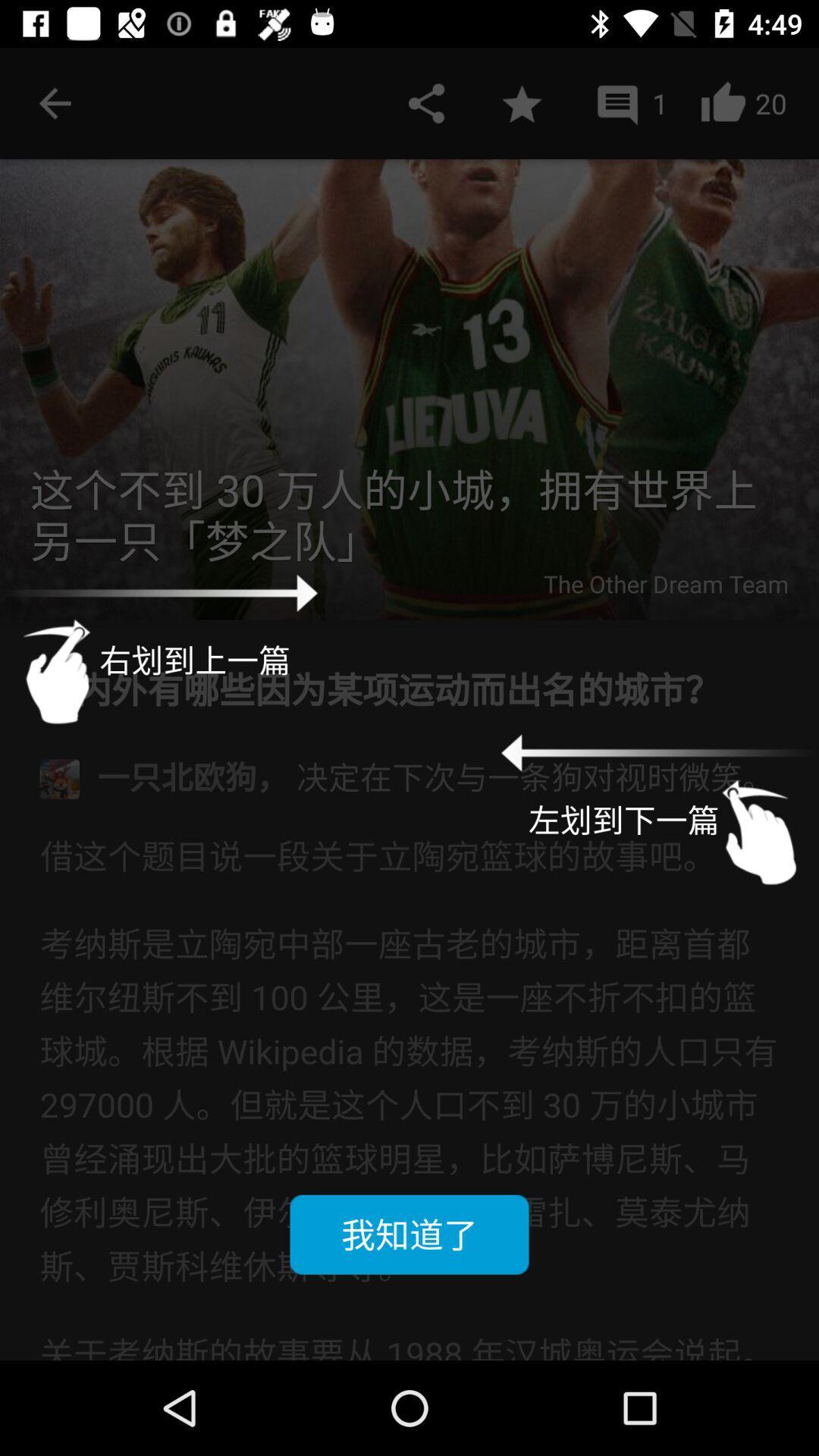 Image resolution: width=819 pixels, height=1456 pixels. I want to click on icon at the top left corner, so click(55, 102).